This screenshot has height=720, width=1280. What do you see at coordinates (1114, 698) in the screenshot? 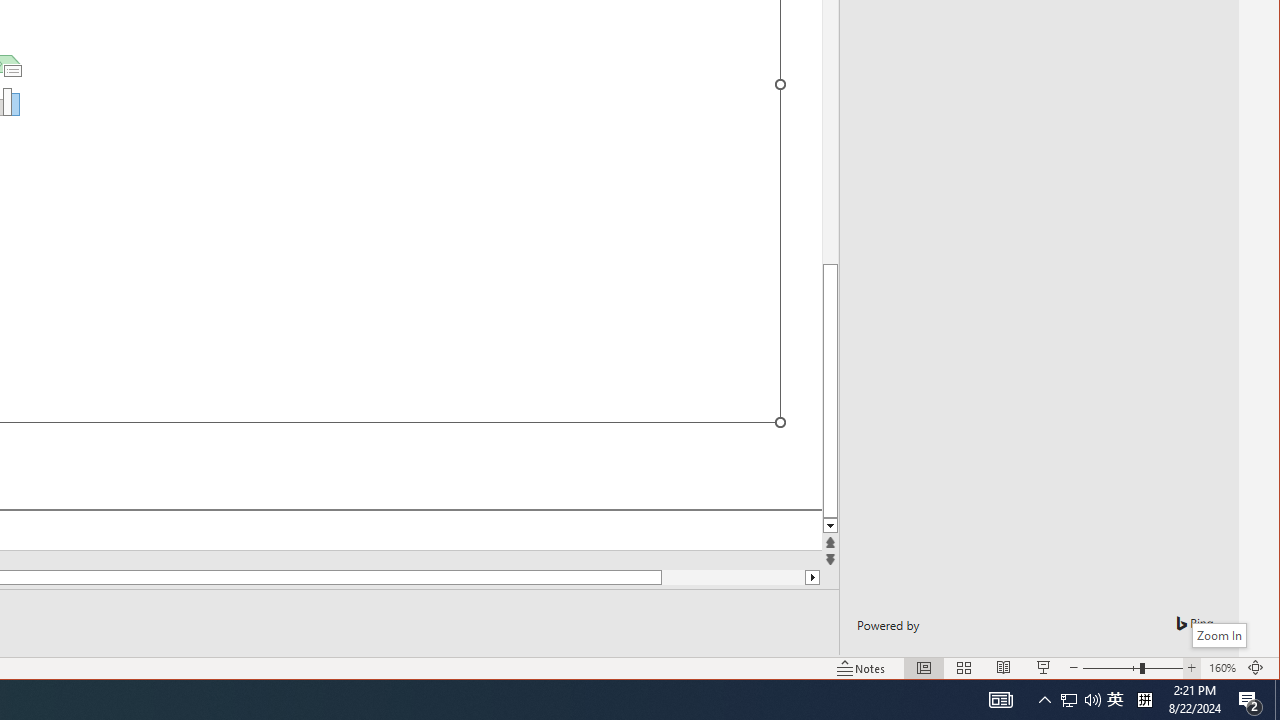
I see `'User Promoted Notification Area'` at bounding box center [1114, 698].